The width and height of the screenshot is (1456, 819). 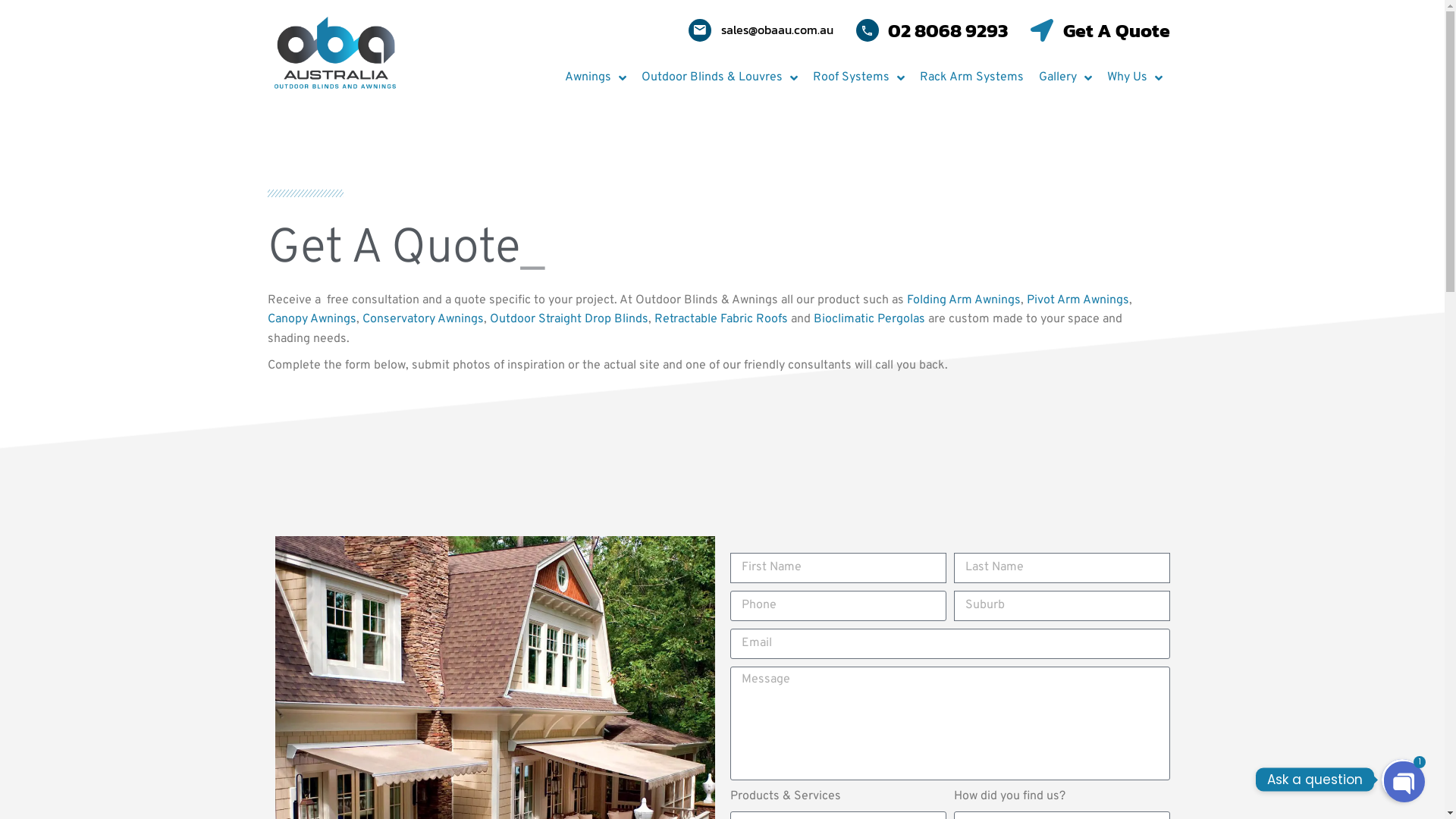 What do you see at coordinates (568, 318) in the screenshot?
I see `'Outdoor Straight Drop Blinds'` at bounding box center [568, 318].